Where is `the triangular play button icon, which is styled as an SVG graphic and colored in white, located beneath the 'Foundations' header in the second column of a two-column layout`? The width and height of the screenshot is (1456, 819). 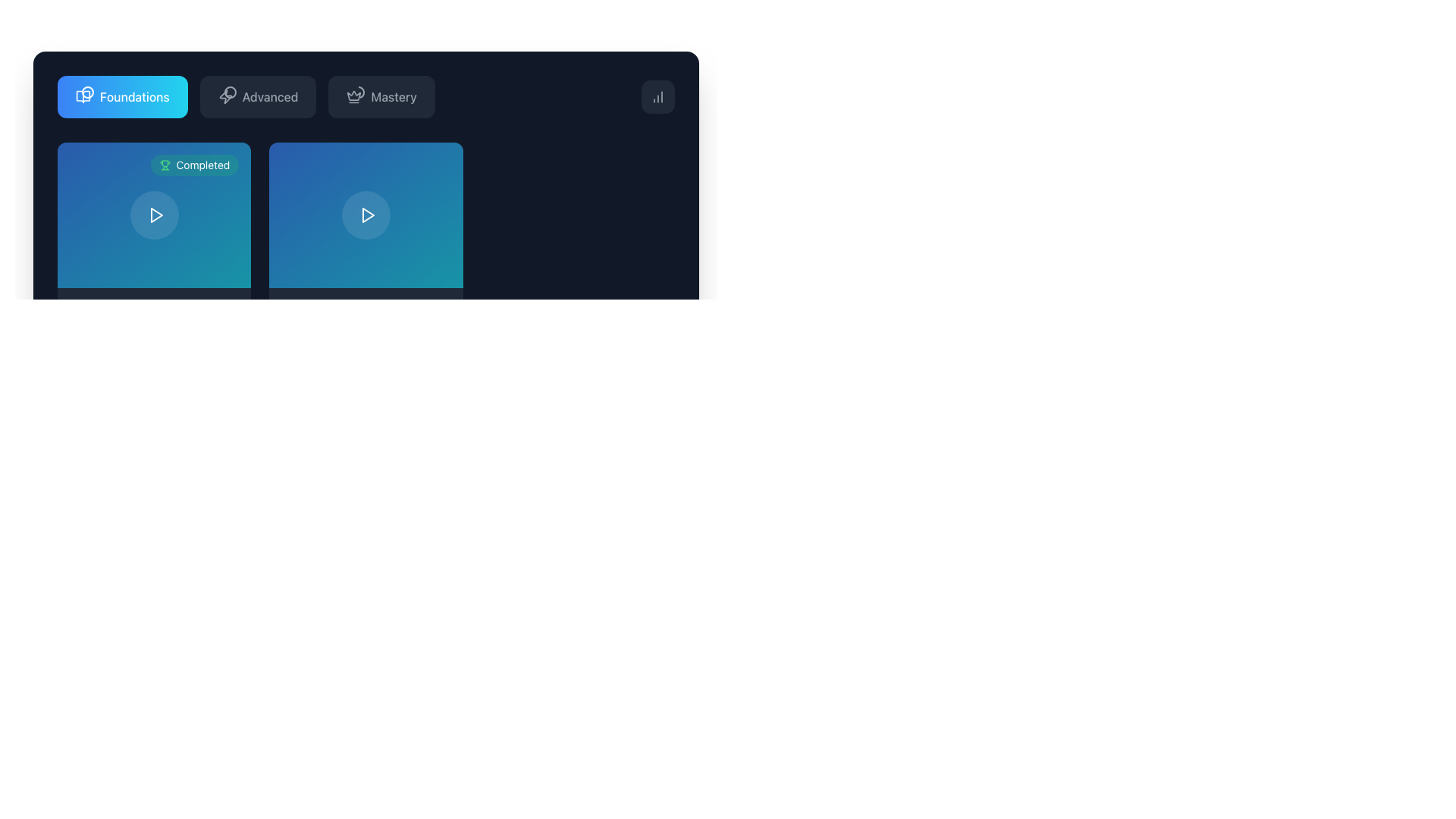
the triangular play button icon, which is styled as an SVG graphic and colored in white, located beneath the 'Foundations' header in the second column of a two-column layout is located at coordinates (368, 215).